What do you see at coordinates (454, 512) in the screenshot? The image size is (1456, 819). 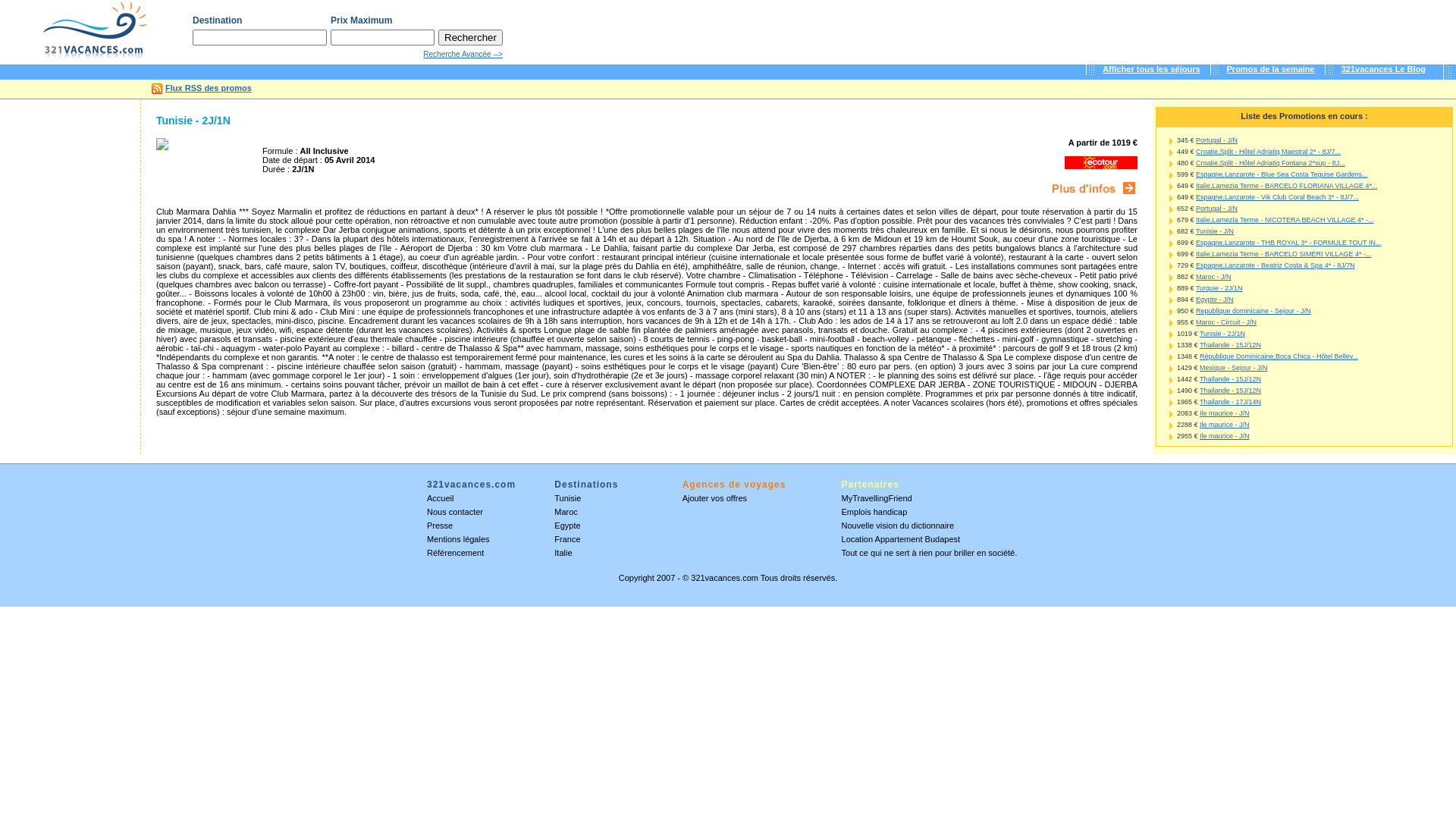 I see `'Nous contacter'` at bounding box center [454, 512].